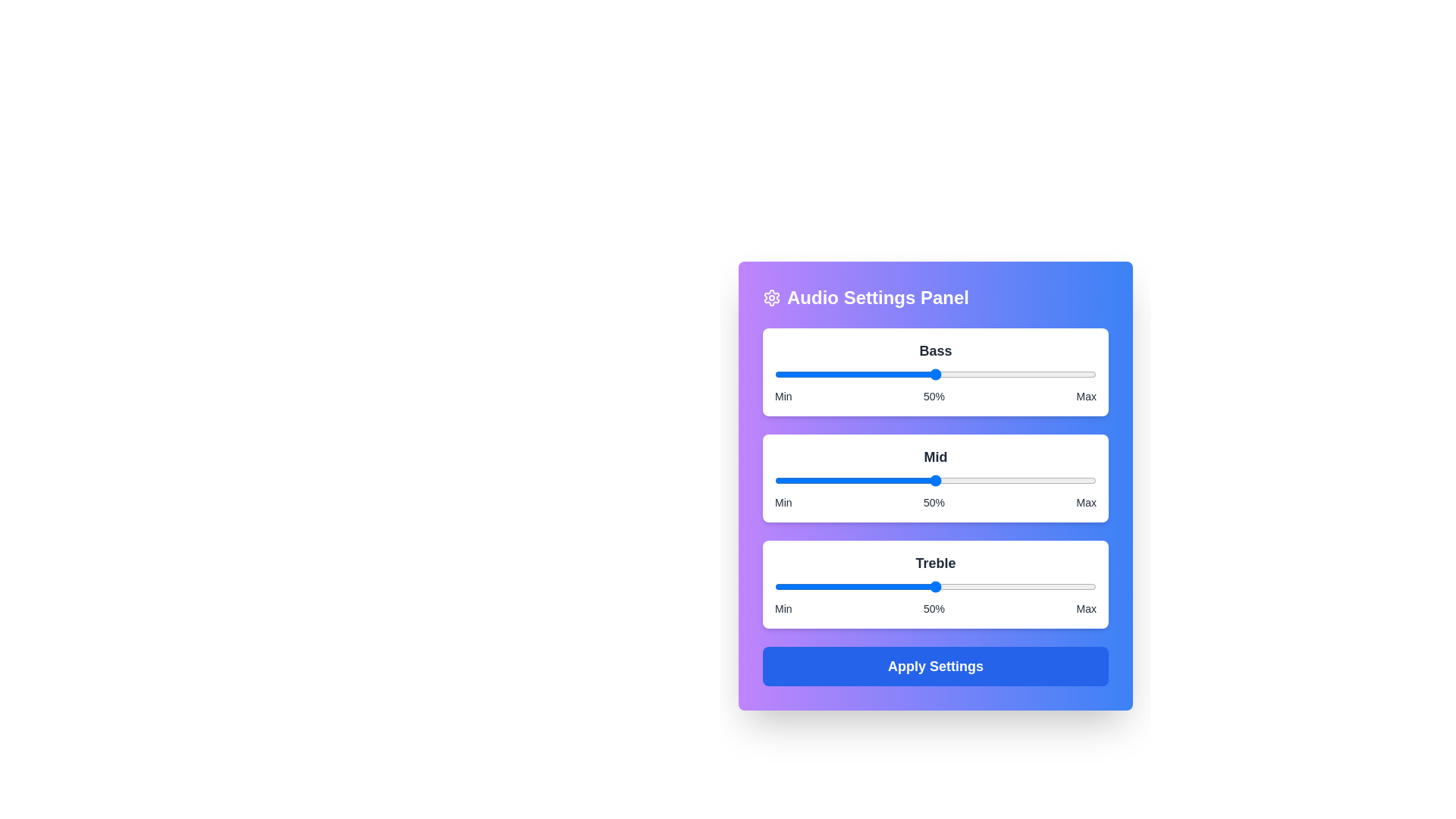  What do you see at coordinates (1070, 480) in the screenshot?
I see `slider` at bounding box center [1070, 480].